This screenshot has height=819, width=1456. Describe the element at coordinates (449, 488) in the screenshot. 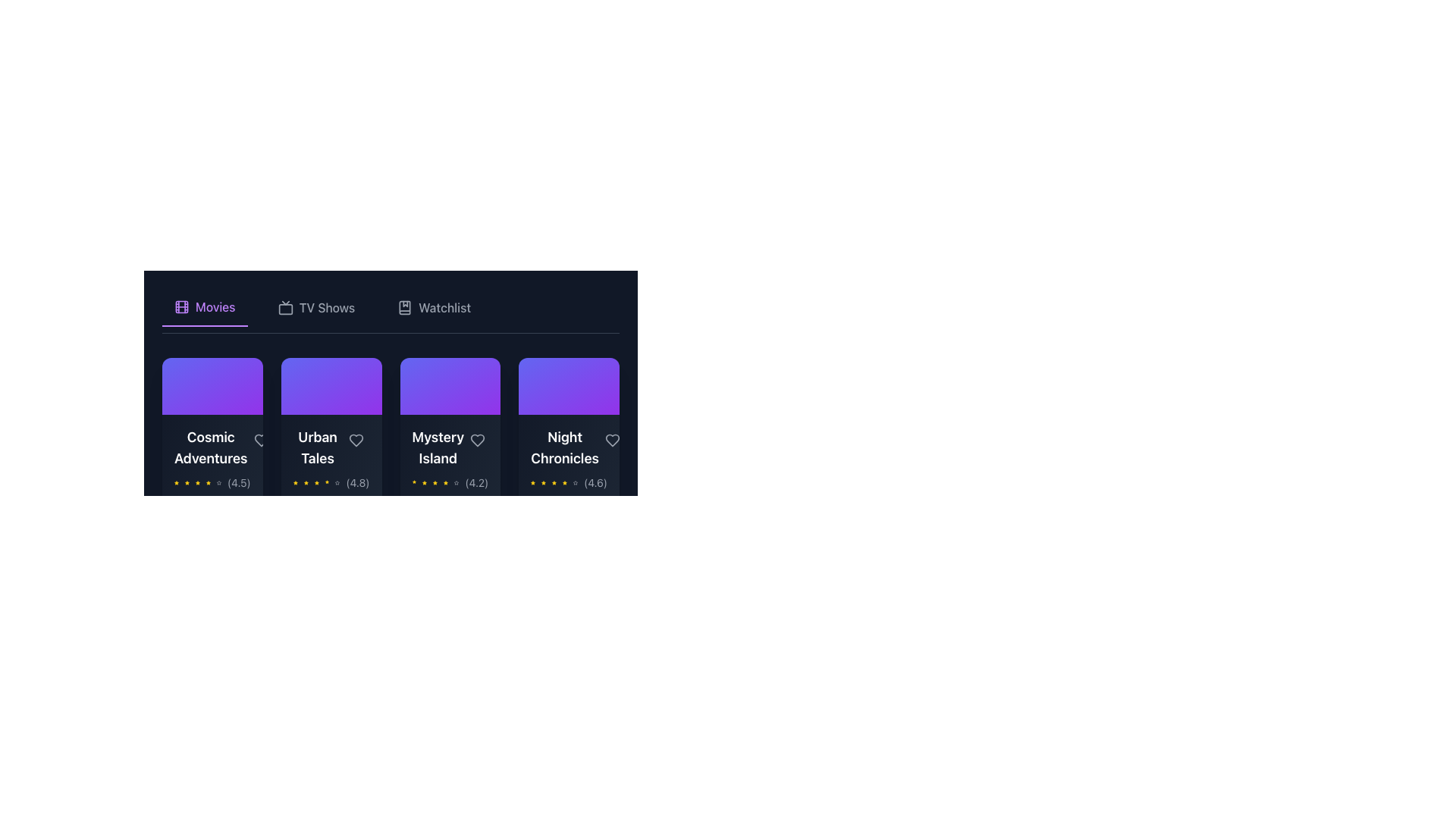

I see `the 'Mystery Island' movie card` at that location.